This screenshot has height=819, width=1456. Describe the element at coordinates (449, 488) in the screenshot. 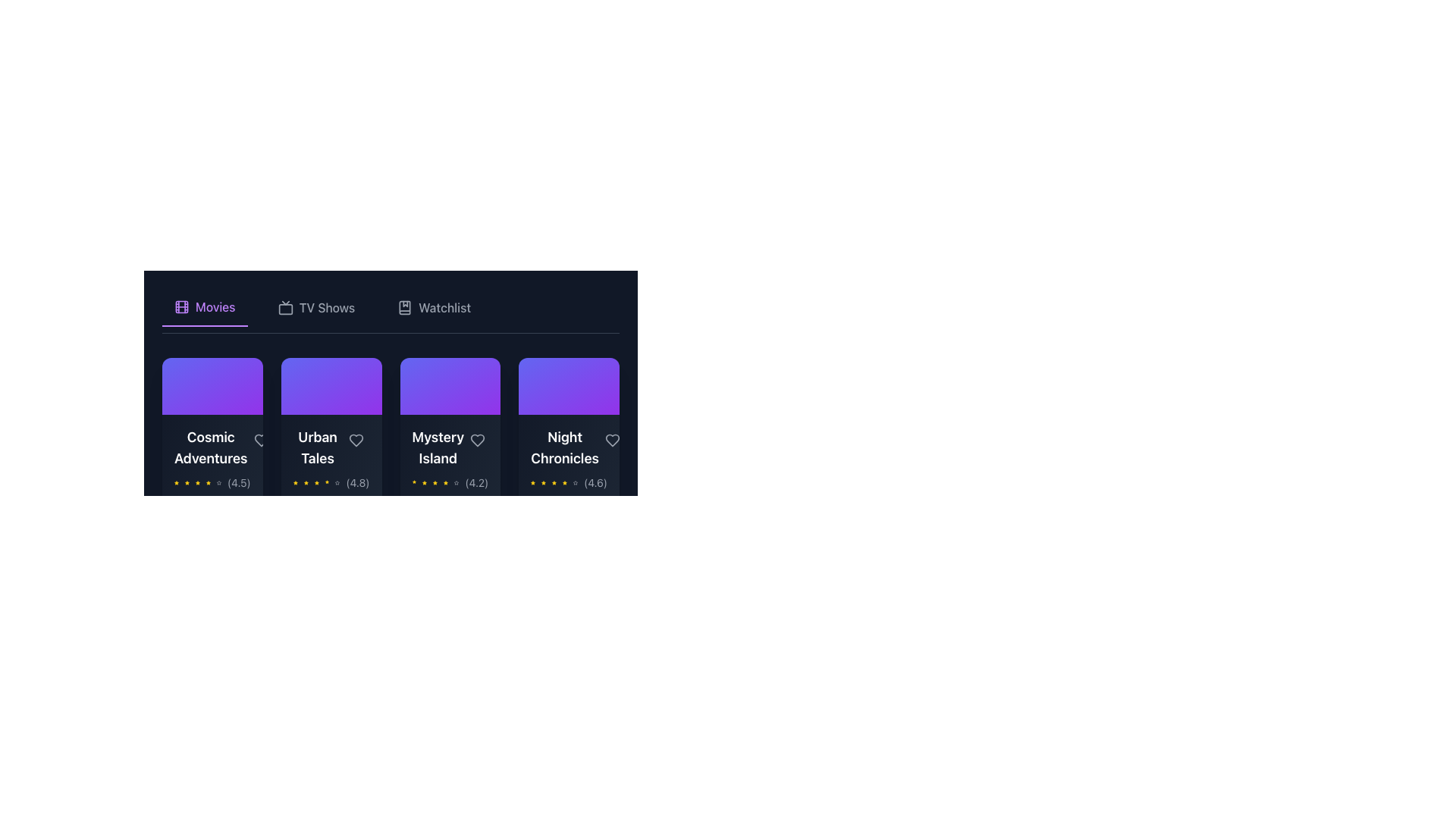

I see `the 'Mystery Island' movie card` at that location.